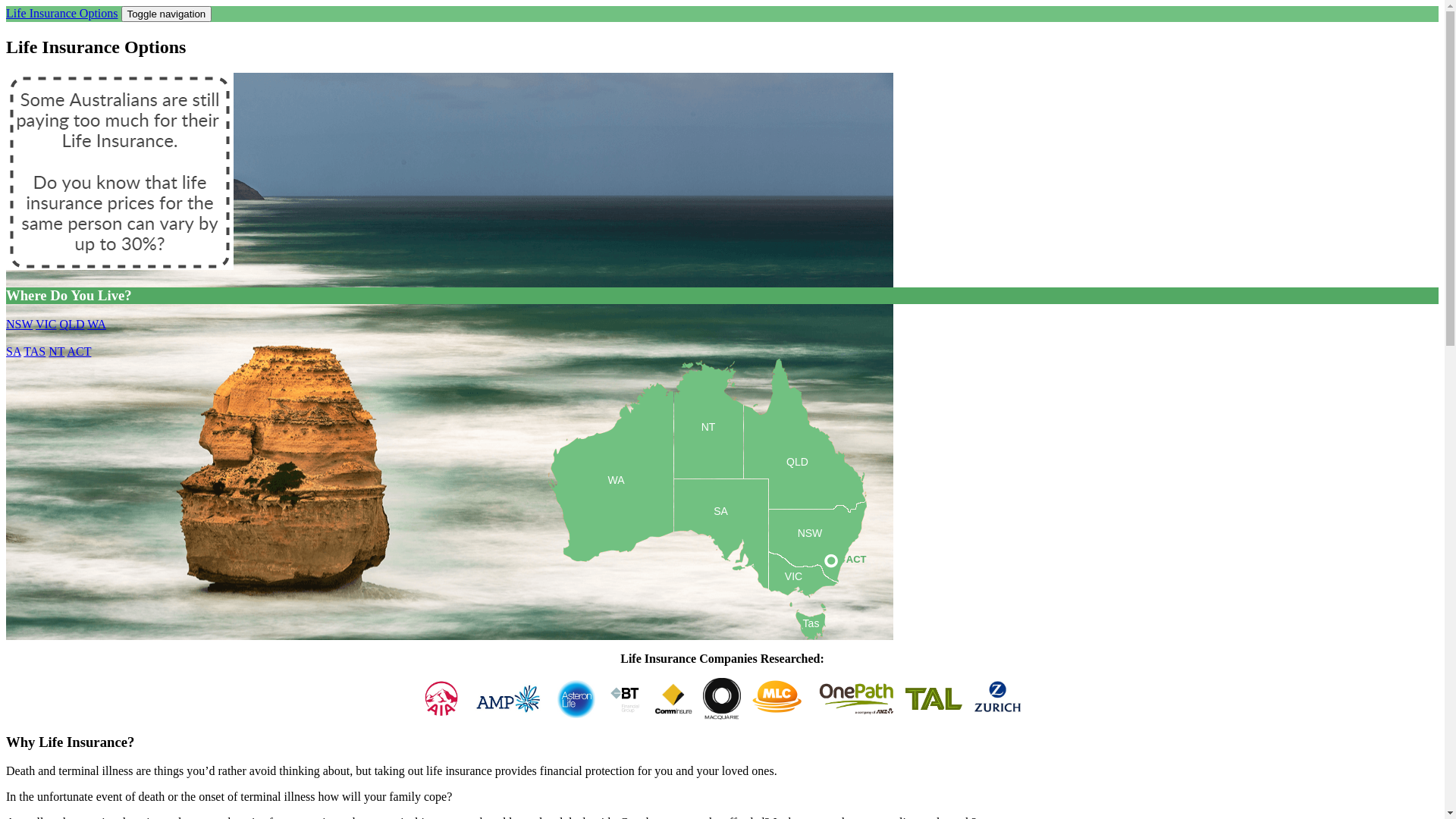 The height and width of the screenshot is (819, 1456). What do you see at coordinates (96, 323) in the screenshot?
I see `'WA'` at bounding box center [96, 323].